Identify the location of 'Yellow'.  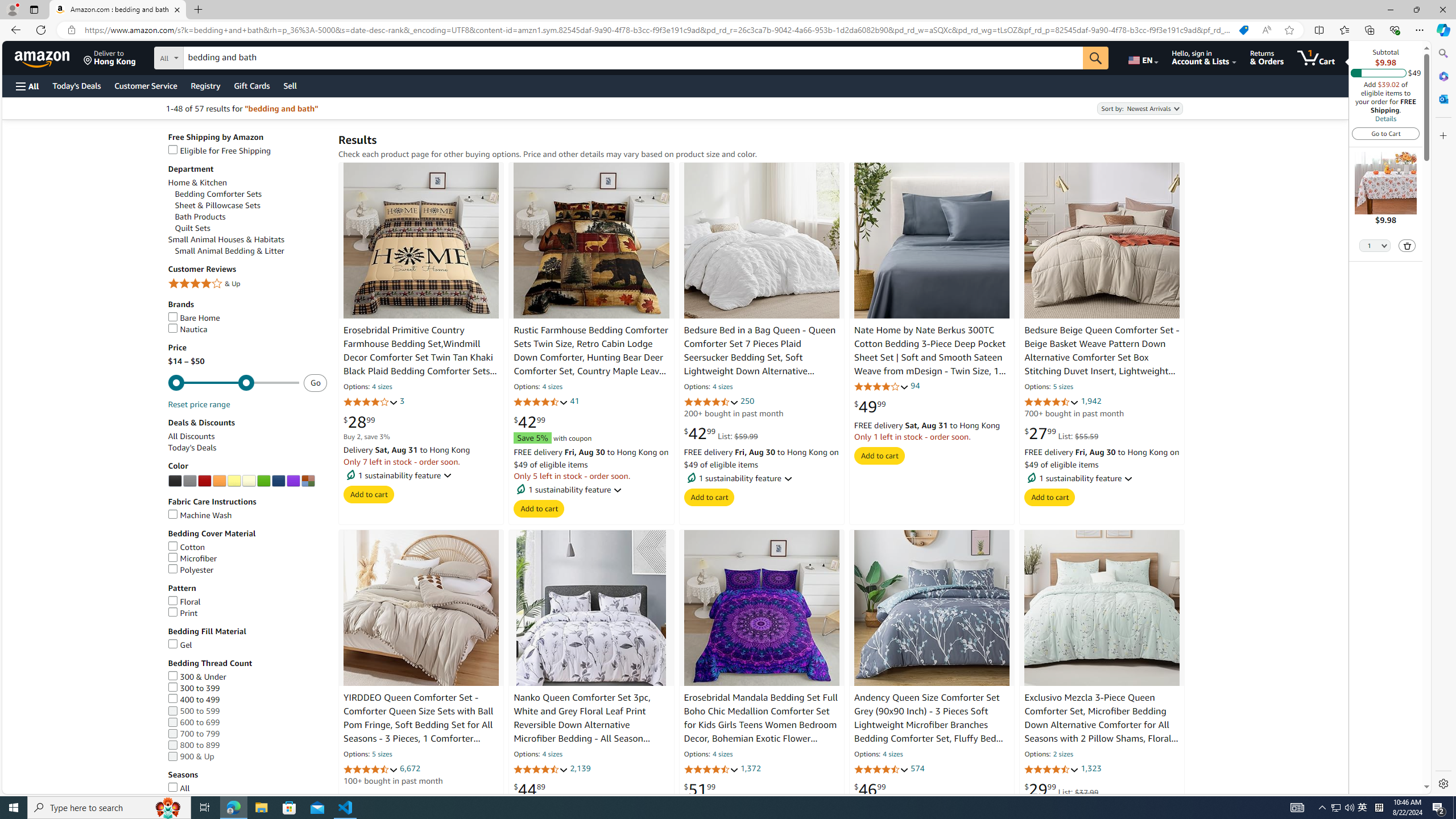
(234, 481).